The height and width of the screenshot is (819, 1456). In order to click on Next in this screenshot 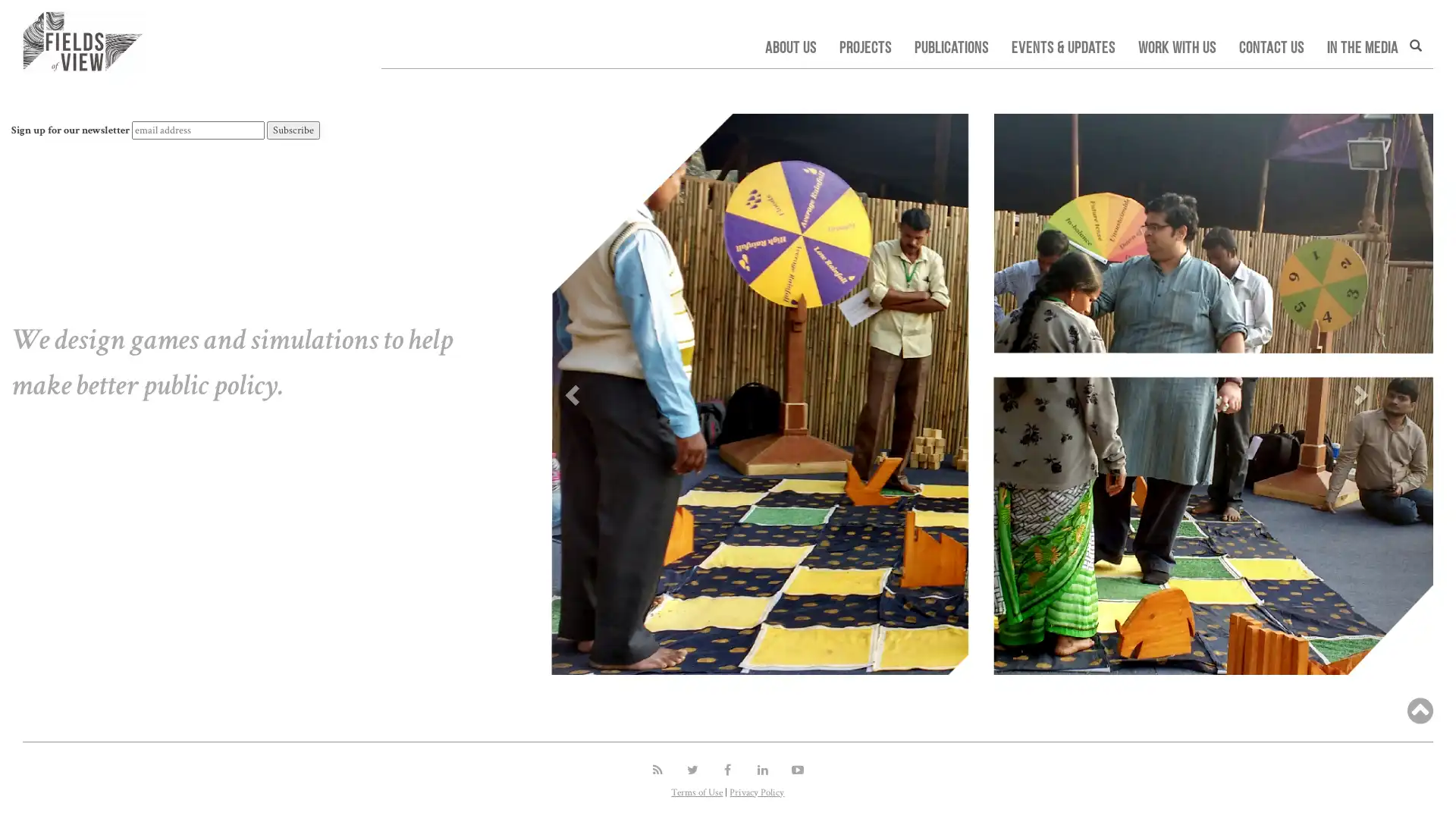, I will do `click(1362, 389)`.